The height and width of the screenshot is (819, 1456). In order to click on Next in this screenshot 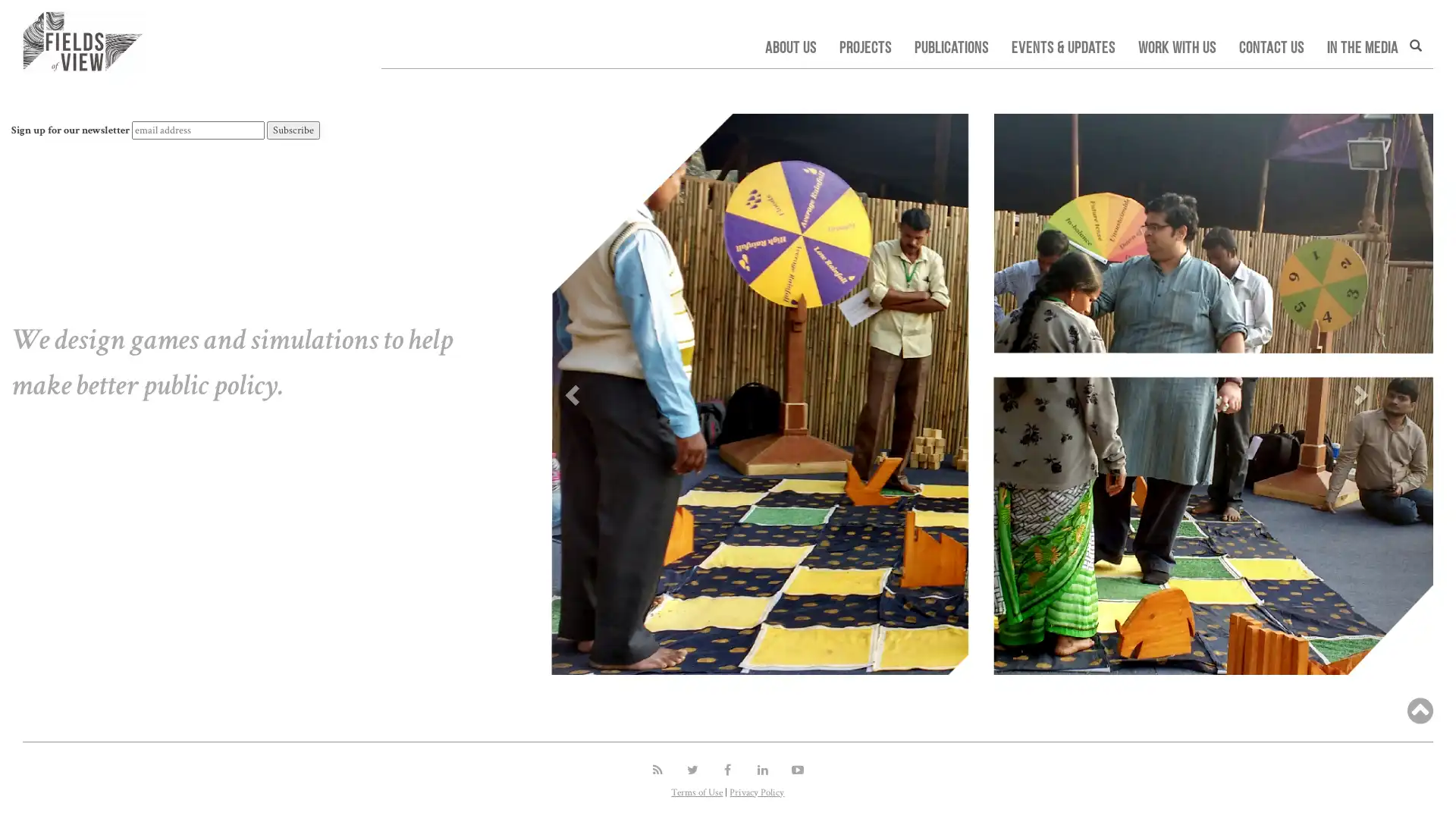, I will do `click(1362, 389)`.